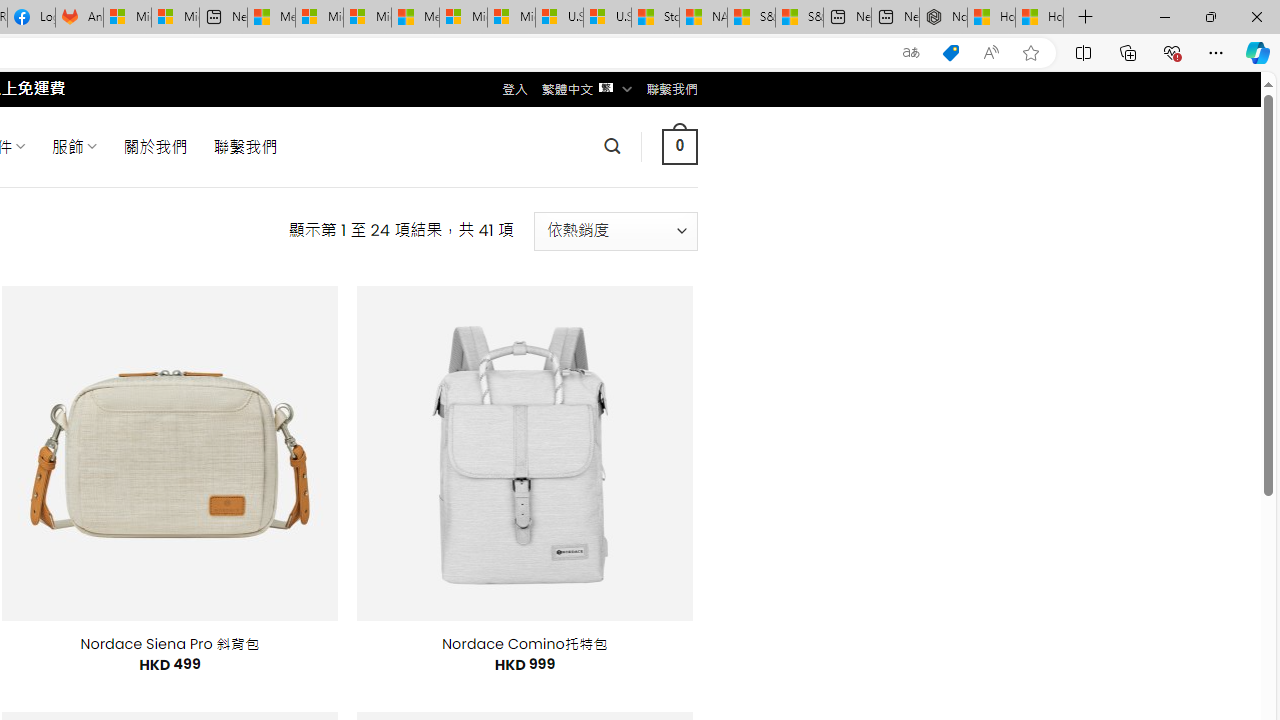 This screenshot has height=720, width=1280. What do you see at coordinates (1171, 51) in the screenshot?
I see `'Browser essentials'` at bounding box center [1171, 51].